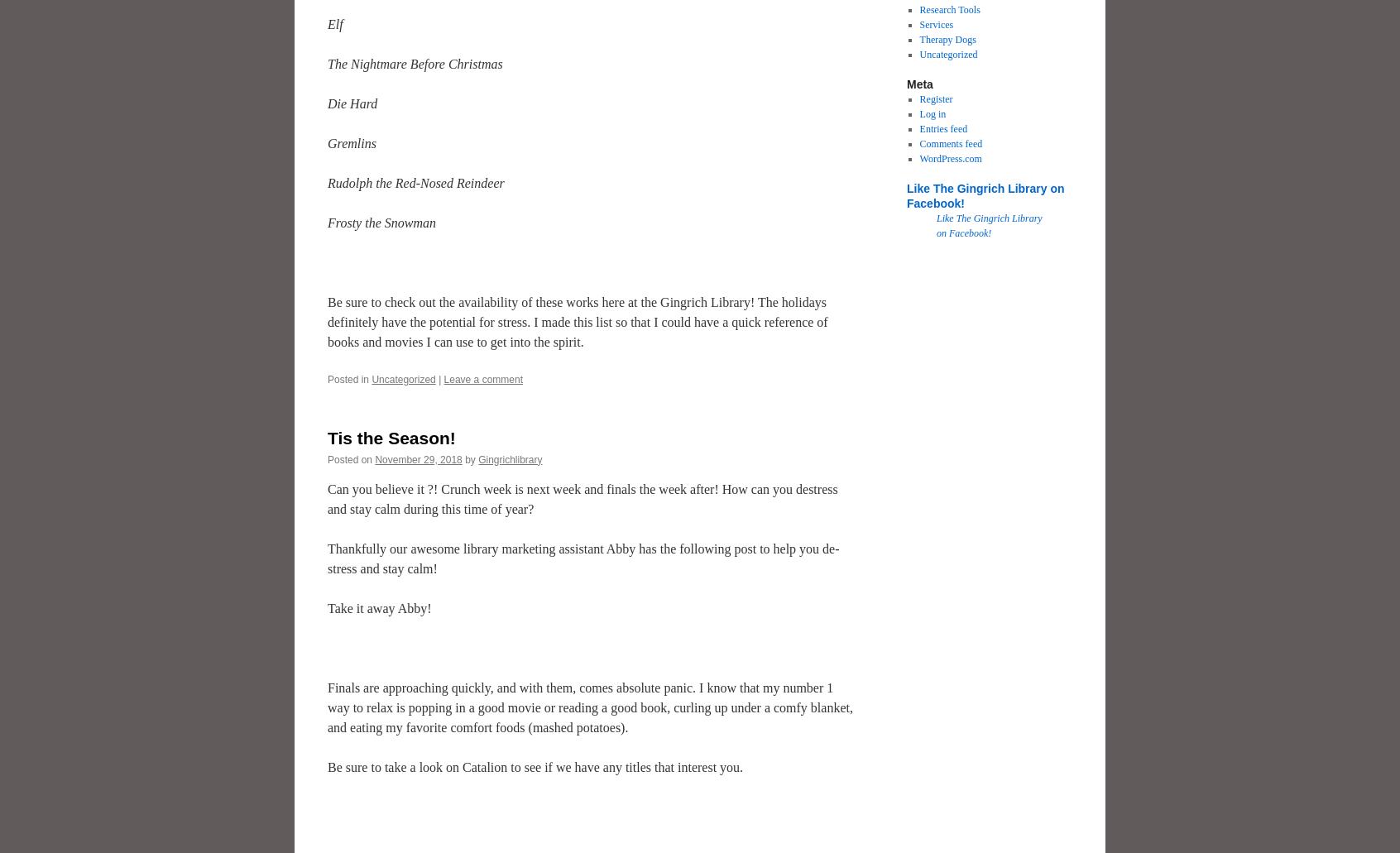  I want to click on 'Posted in', so click(327, 380).